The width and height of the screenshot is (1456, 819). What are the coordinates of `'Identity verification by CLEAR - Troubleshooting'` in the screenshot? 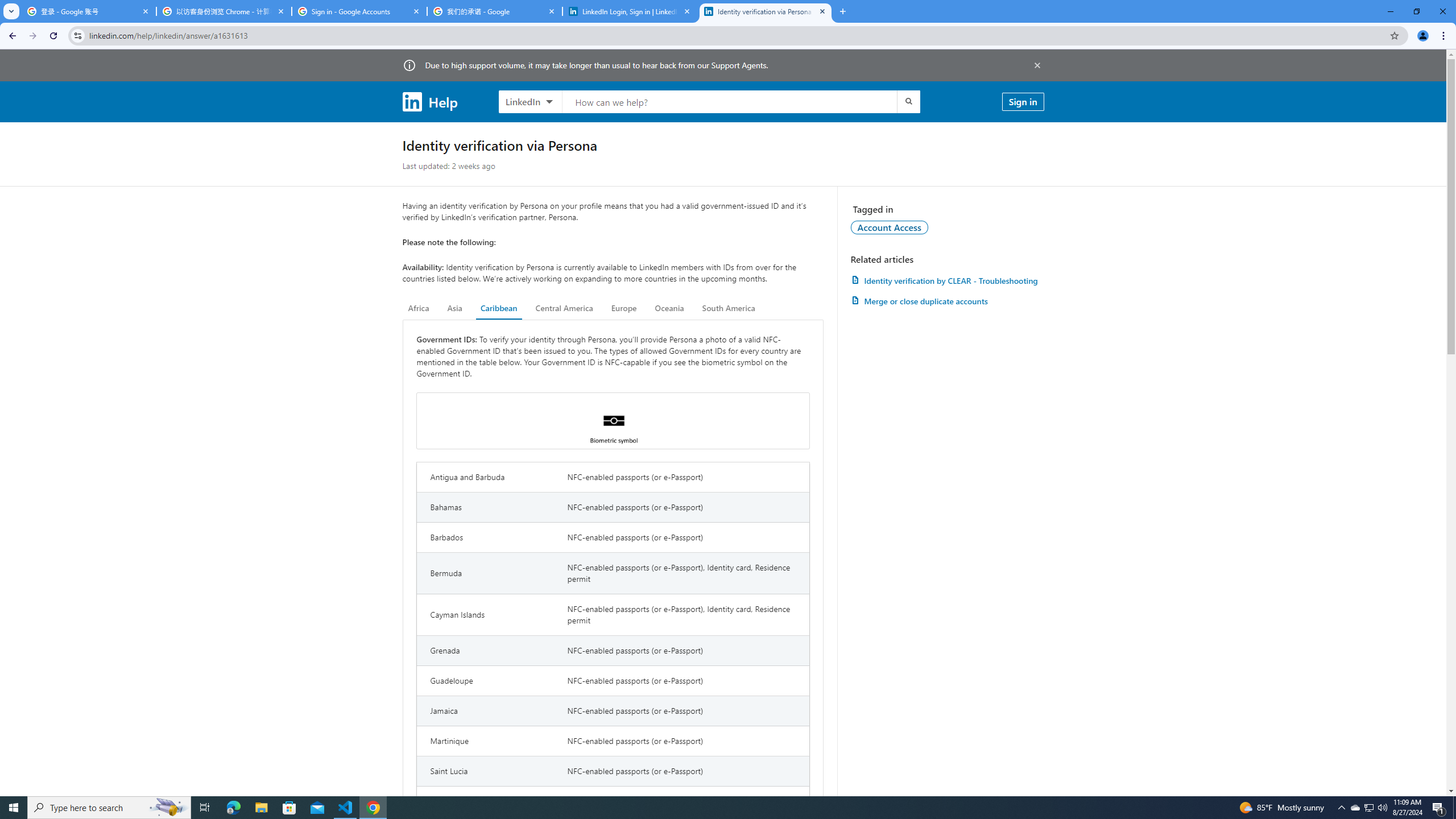 It's located at (946, 280).